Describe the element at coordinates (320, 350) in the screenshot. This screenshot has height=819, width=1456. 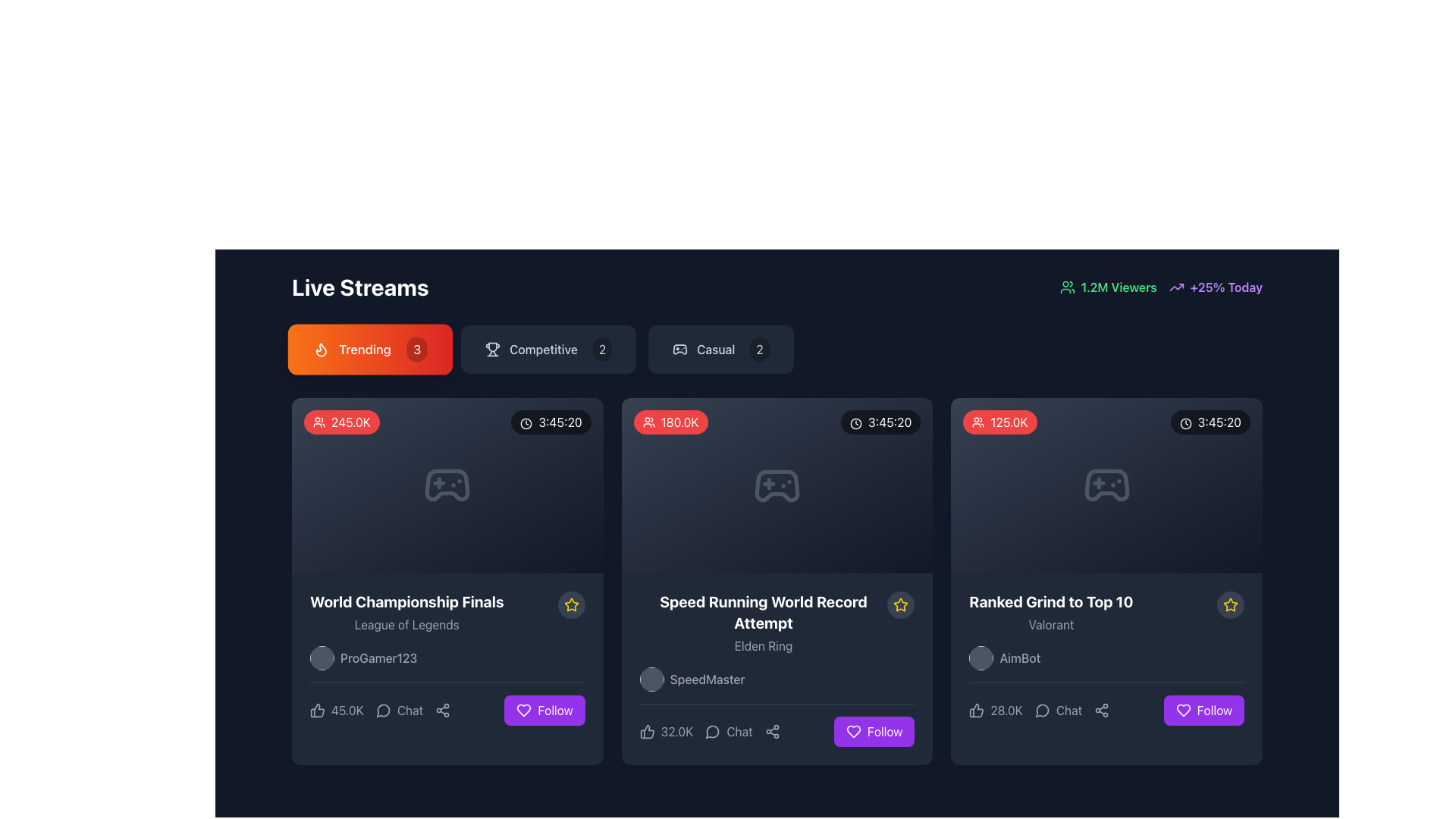
I see `the flame icon, which is part of the 'Trending' button and indicates a highlighted section` at that location.